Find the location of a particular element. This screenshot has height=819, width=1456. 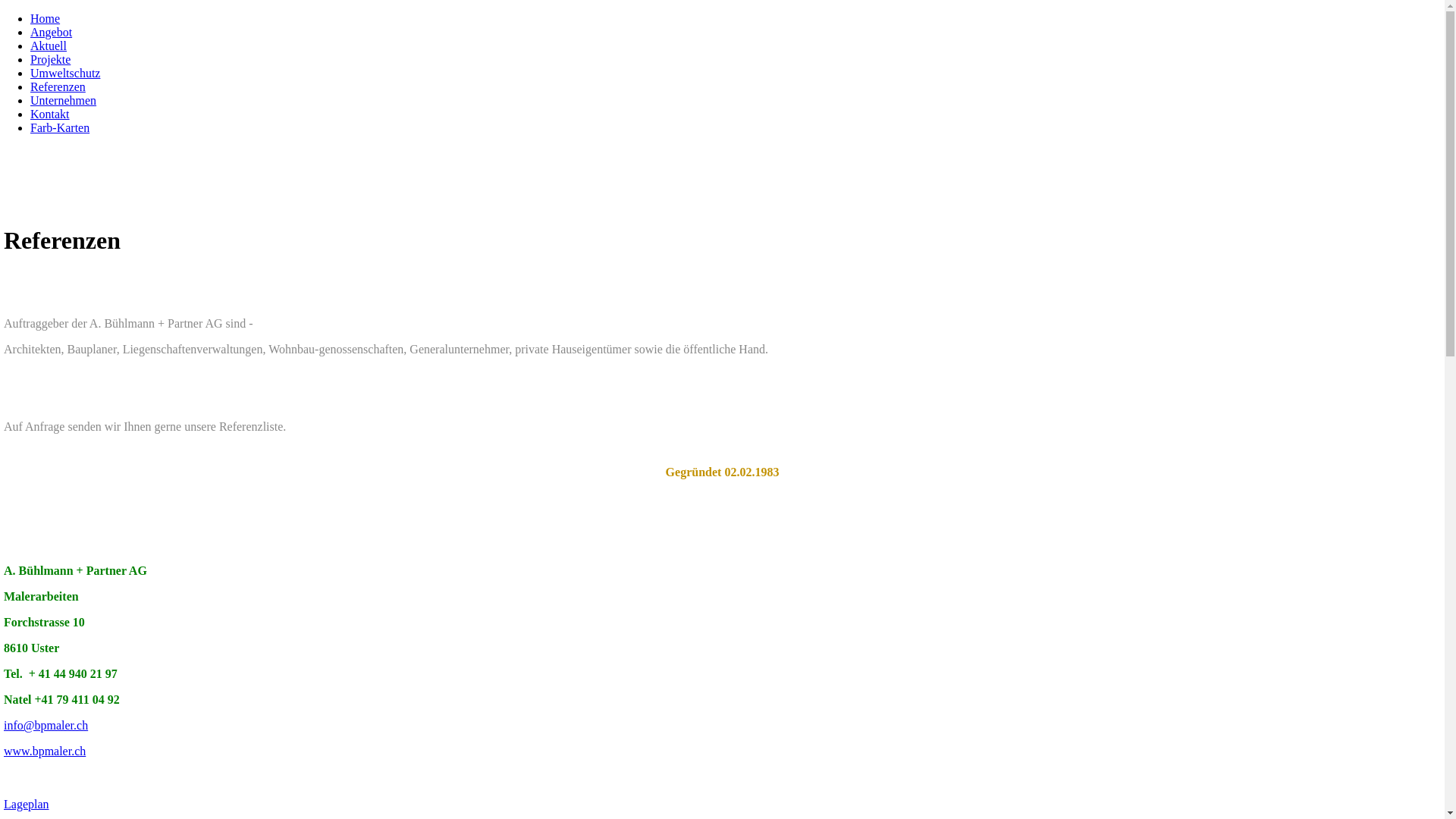

'Lageplan' is located at coordinates (26, 803).